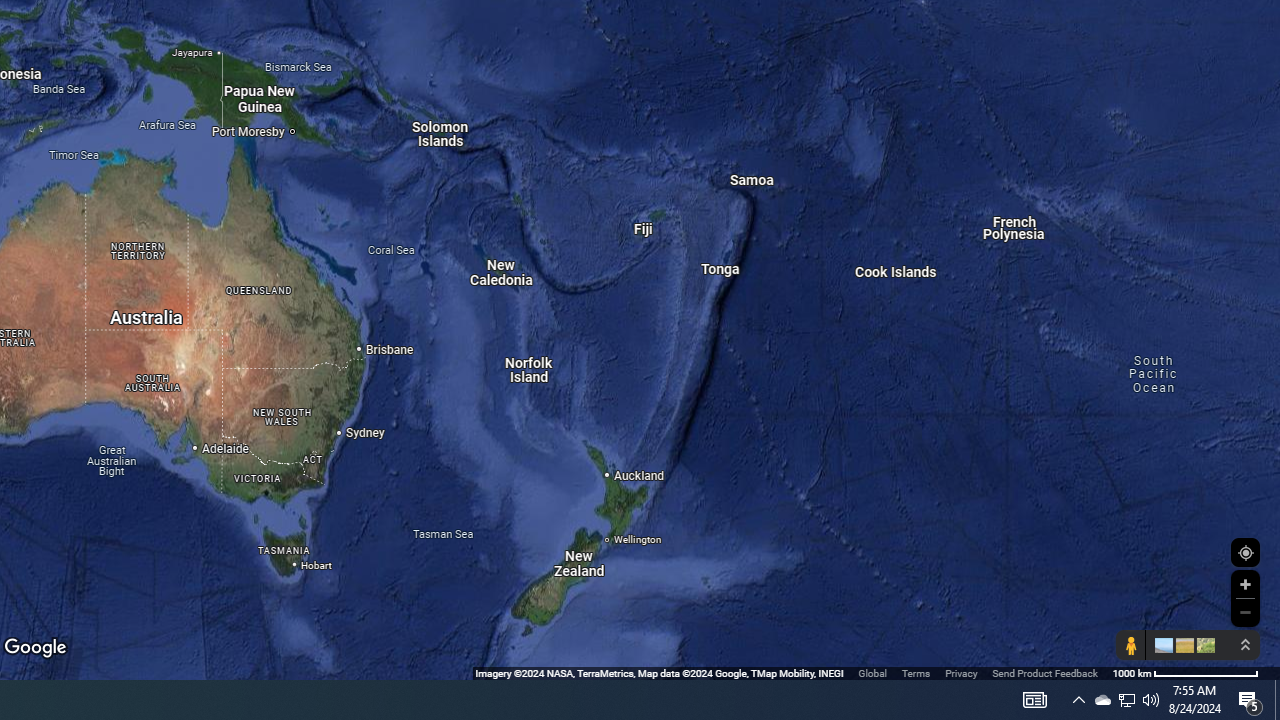 The height and width of the screenshot is (720, 1280). I want to click on 'Zoom out', so click(1244, 611).